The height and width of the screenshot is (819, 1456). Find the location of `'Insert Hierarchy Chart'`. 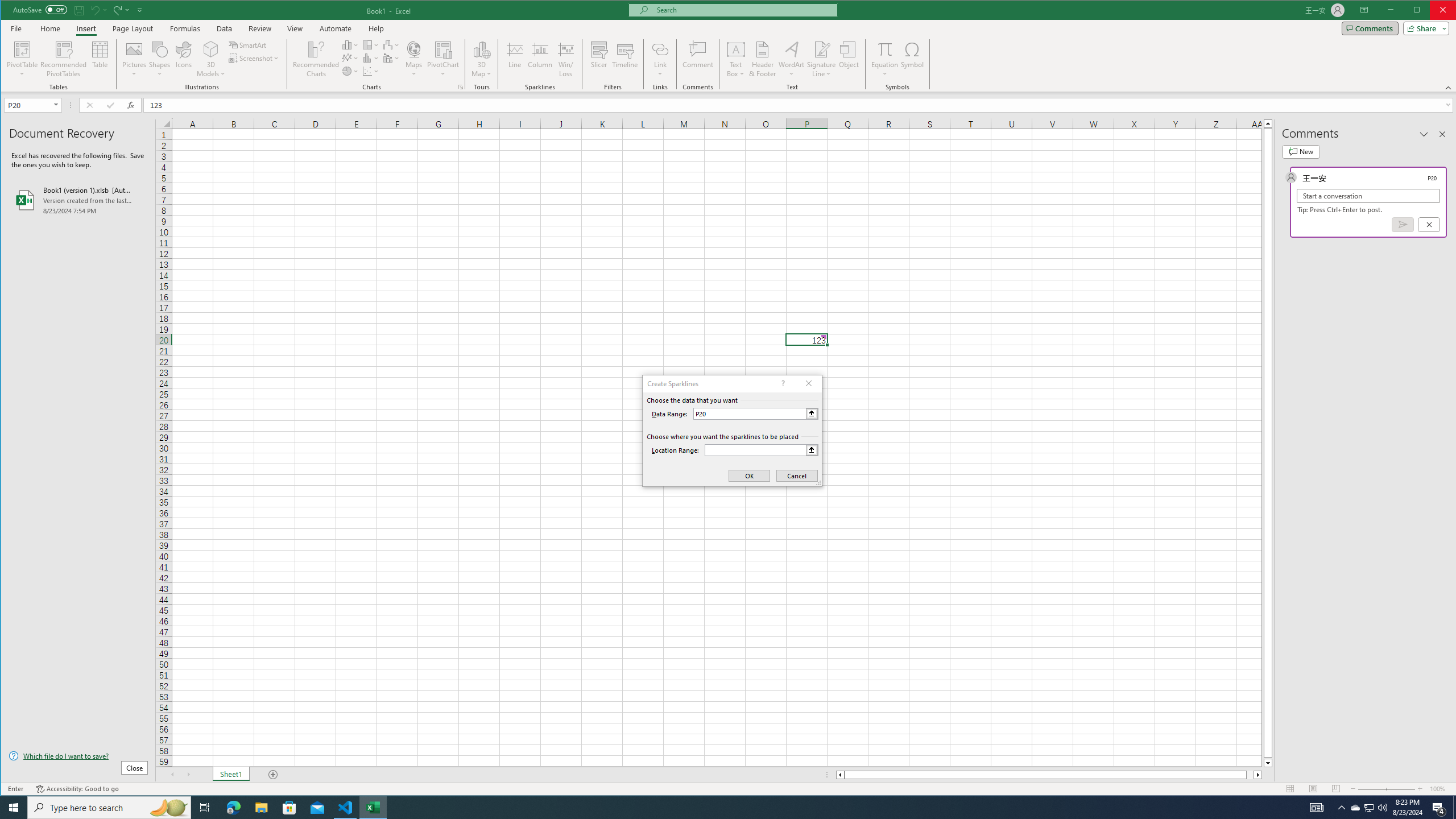

'Insert Hierarchy Chart' is located at coordinates (371, 44).